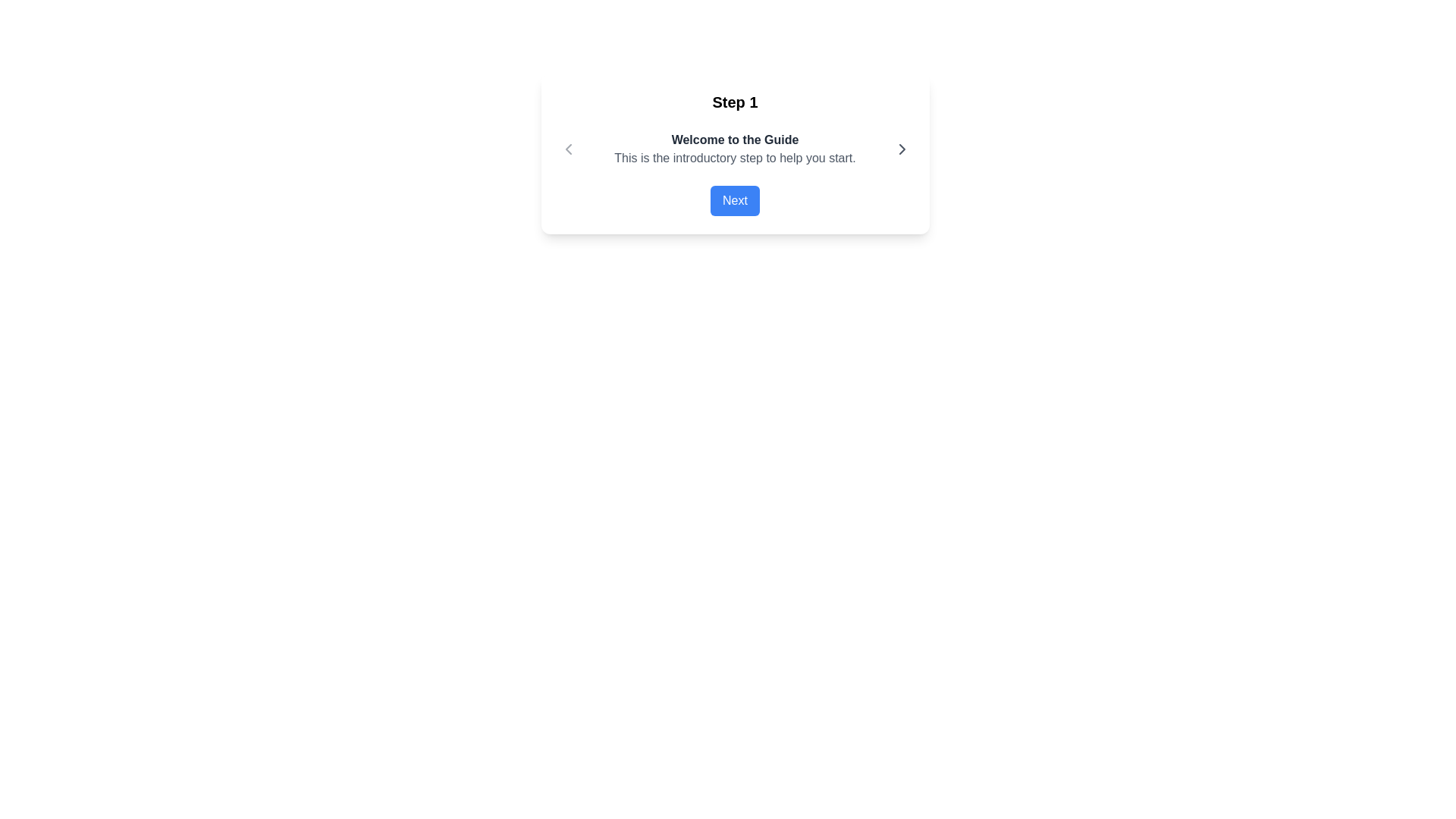 The height and width of the screenshot is (819, 1456). Describe the element at coordinates (735, 149) in the screenshot. I see `the informative text panel titled 'Welcome to the Guide'` at that location.